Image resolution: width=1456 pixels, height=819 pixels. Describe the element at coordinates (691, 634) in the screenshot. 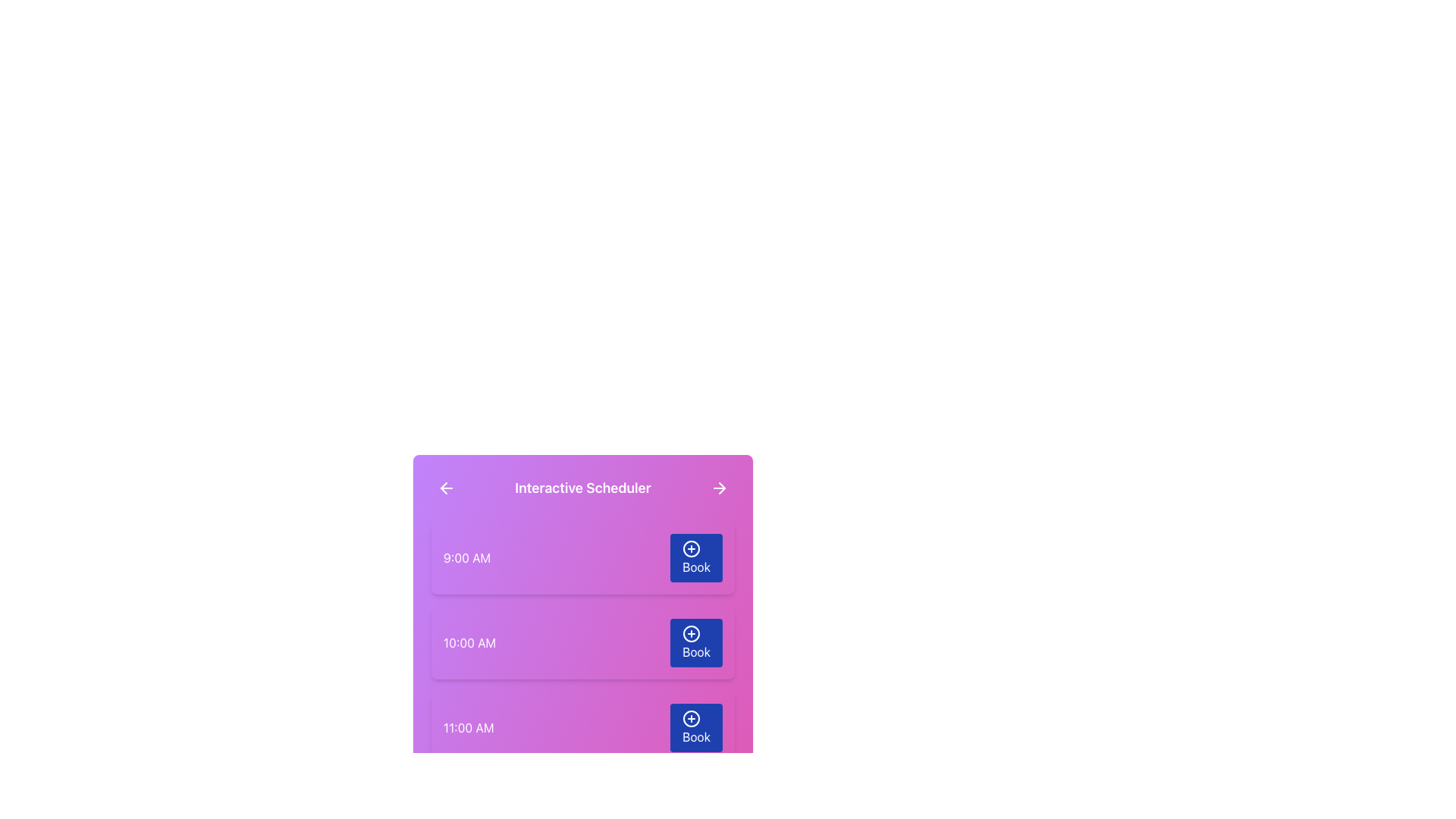

I see `the center of the circular outline icon next to the 'Book' button for the 10:00 AM time slot in the Interactive Scheduler` at that location.